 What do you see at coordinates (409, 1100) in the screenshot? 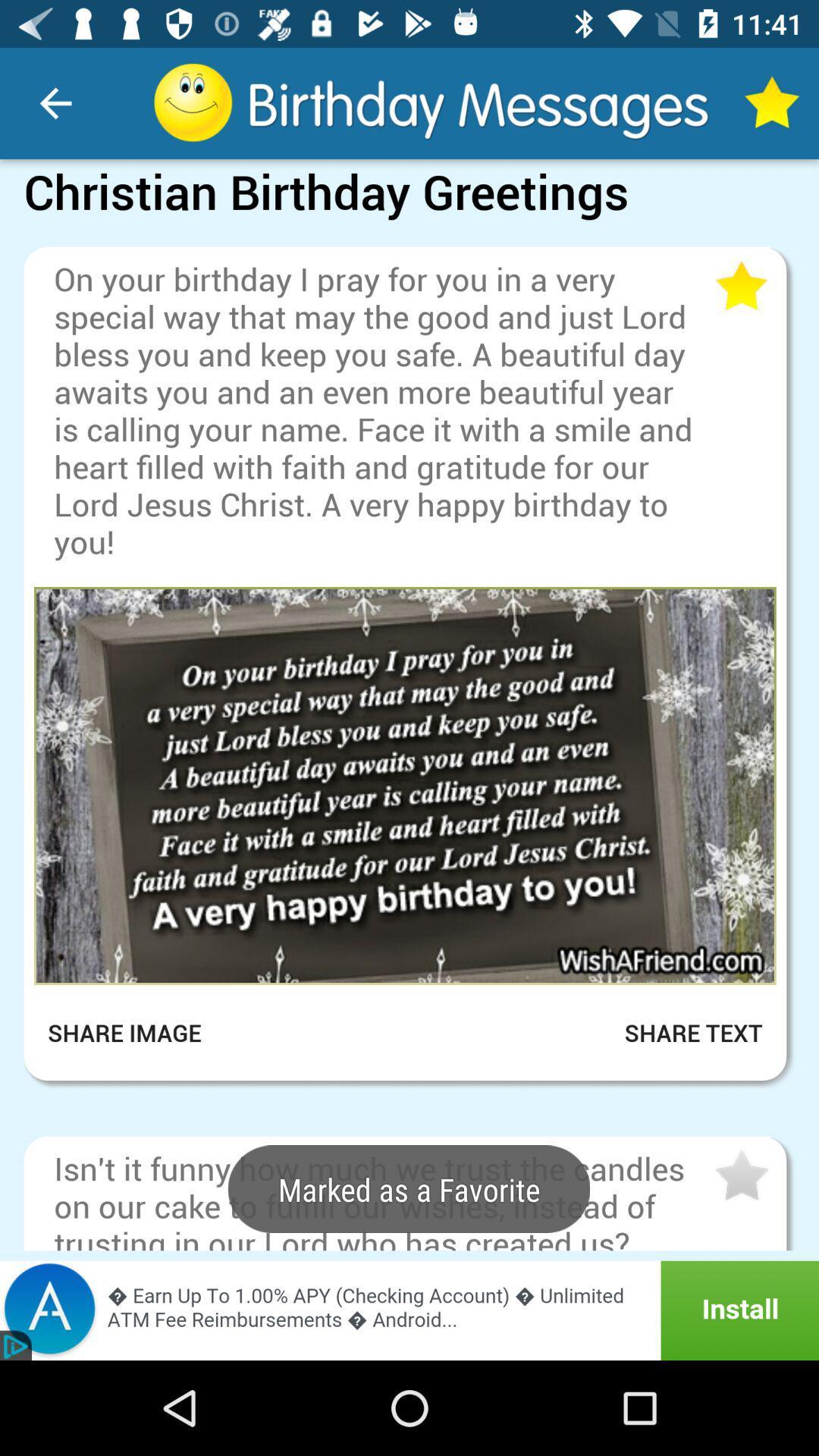
I see `the icon below the share image item` at bounding box center [409, 1100].